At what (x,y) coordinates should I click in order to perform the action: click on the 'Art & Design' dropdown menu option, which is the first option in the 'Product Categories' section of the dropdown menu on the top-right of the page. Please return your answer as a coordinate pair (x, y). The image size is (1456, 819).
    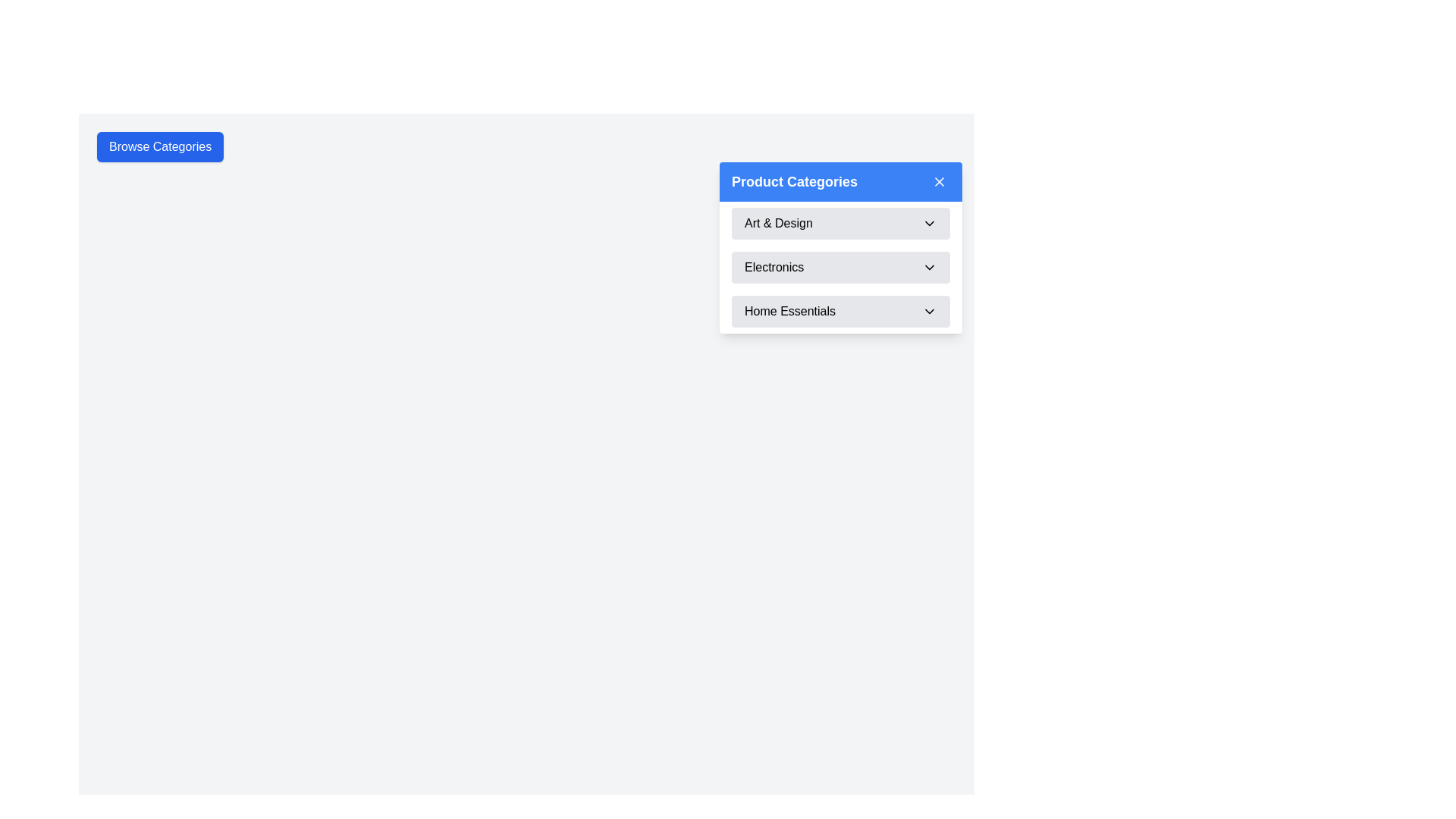
    Looking at the image, I should click on (839, 223).